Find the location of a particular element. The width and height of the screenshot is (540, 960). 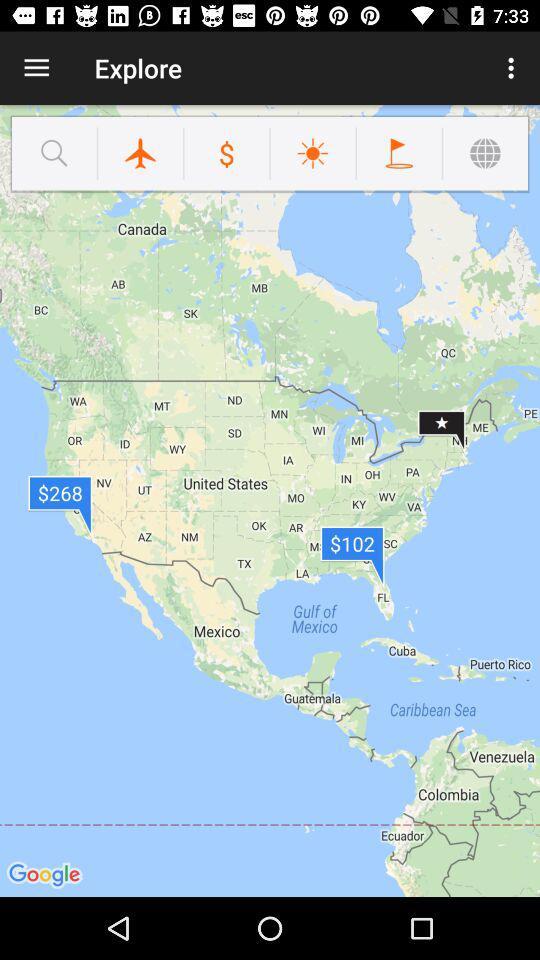

icon at the center is located at coordinates (270, 500).